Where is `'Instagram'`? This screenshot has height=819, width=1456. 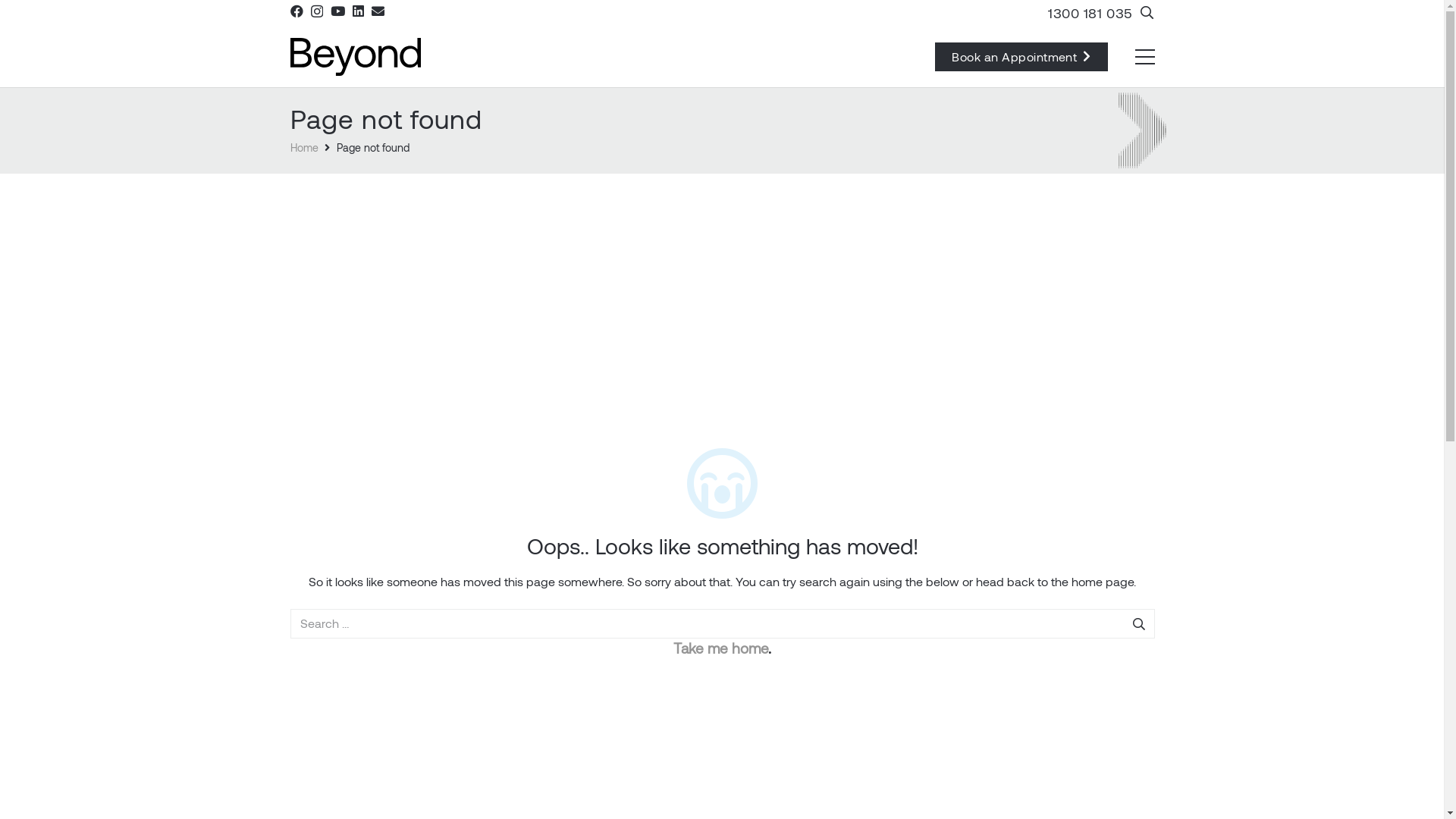
'Instagram' is located at coordinates (785, 663).